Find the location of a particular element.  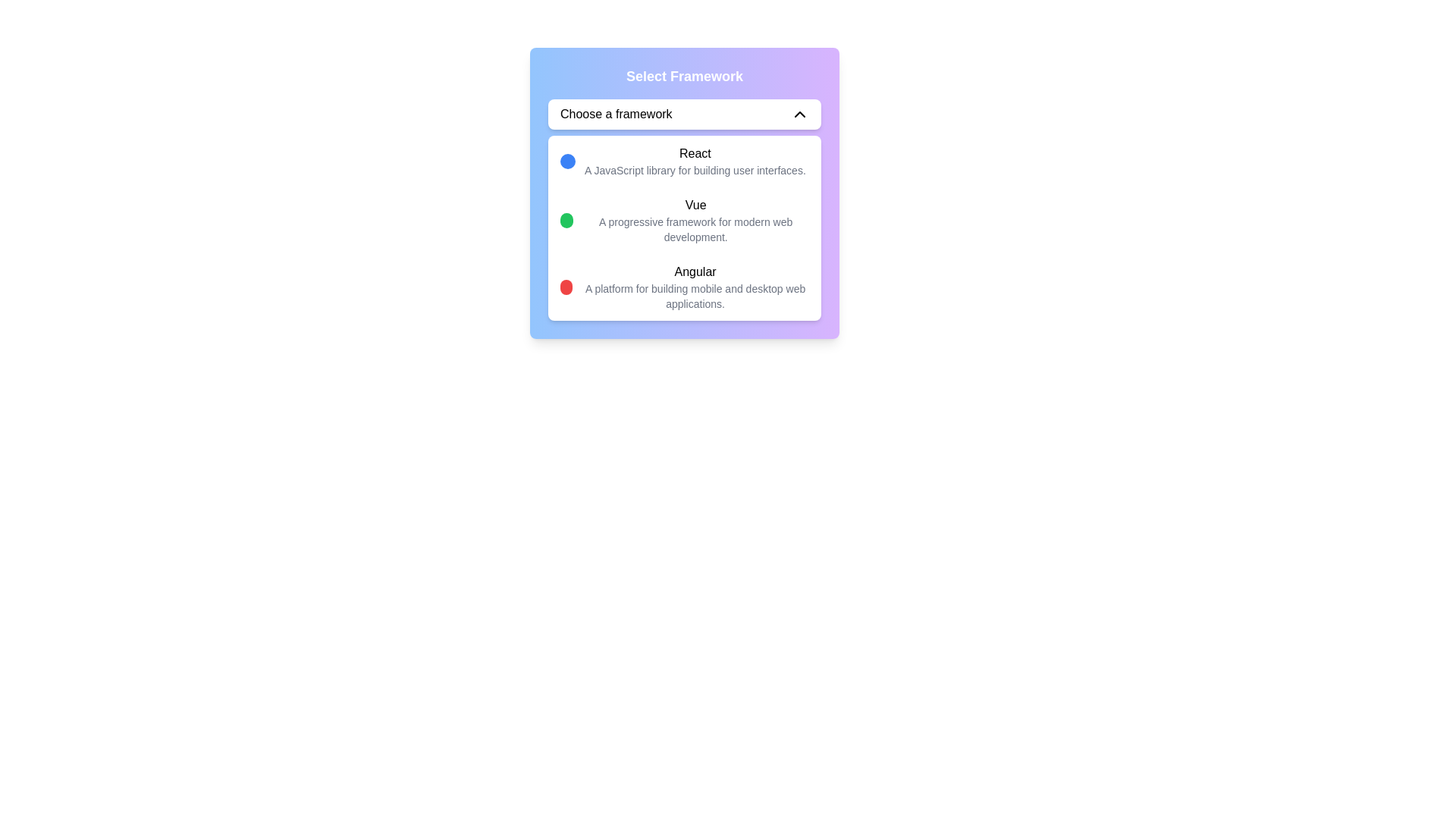

the informative text block element titled 'Vue', which is styled with a medium bold font and followed by descriptive text about modern web development is located at coordinates (695, 220).